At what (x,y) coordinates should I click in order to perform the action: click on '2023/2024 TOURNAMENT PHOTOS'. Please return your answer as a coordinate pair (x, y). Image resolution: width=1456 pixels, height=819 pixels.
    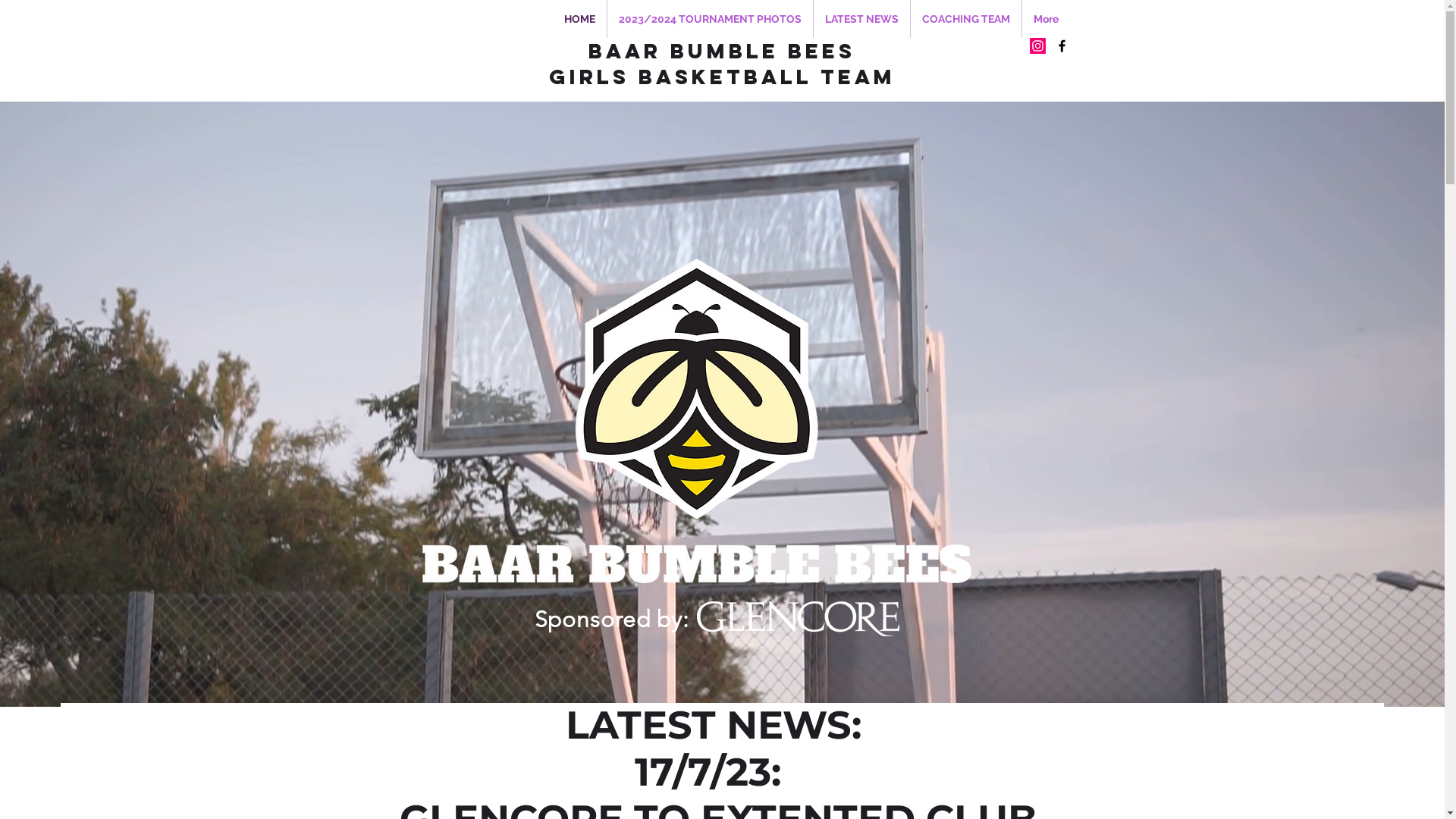
    Looking at the image, I should click on (607, 18).